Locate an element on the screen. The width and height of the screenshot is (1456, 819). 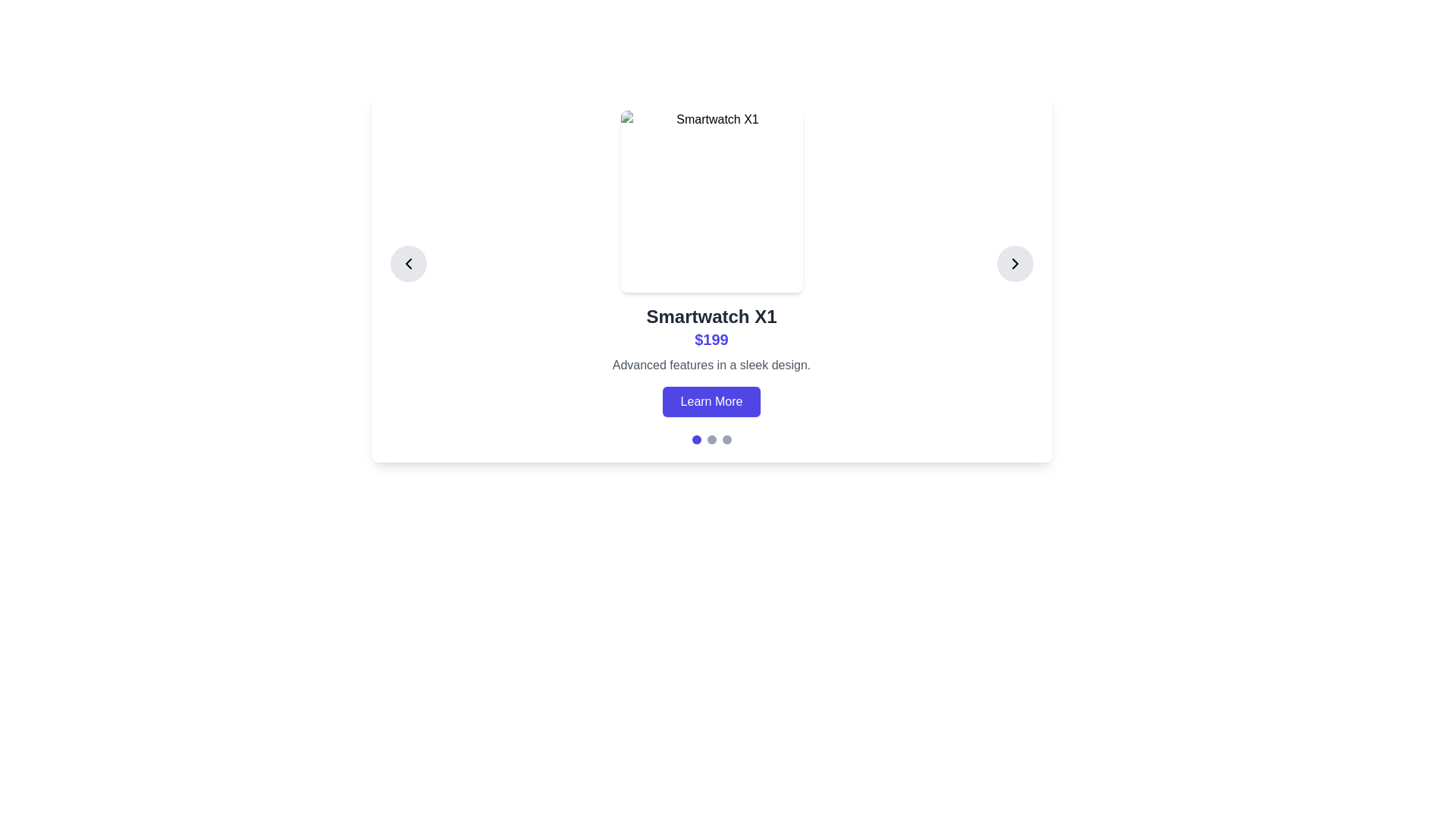
the circular button with a gray background and a black left-pointing chevron icon is located at coordinates (408, 262).